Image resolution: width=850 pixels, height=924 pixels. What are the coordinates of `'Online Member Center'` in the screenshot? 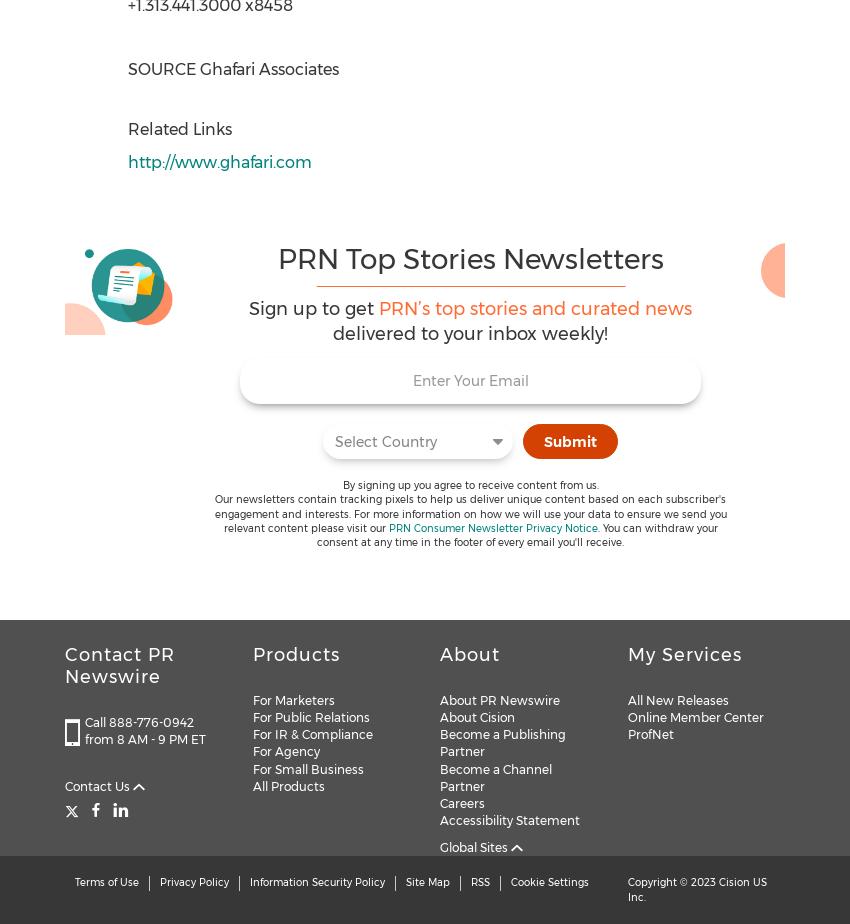 It's located at (693, 717).